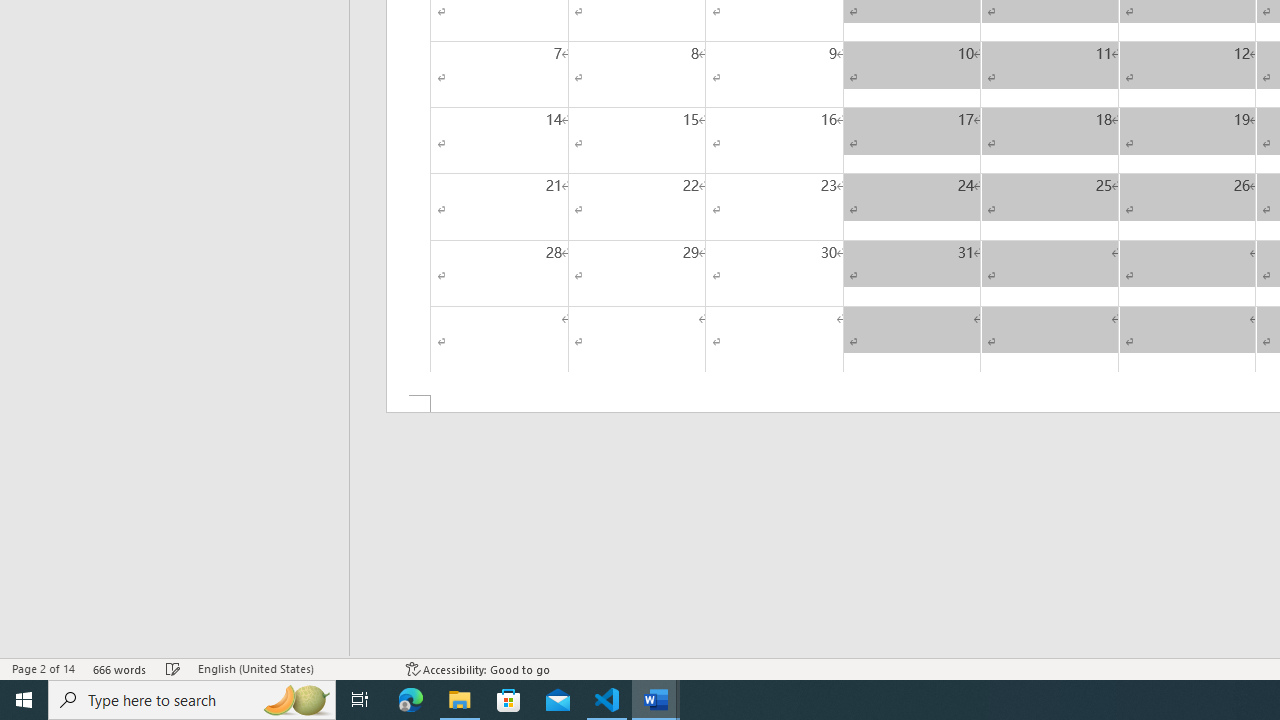 The height and width of the screenshot is (720, 1280). I want to click on 'Type here to search', so click(192, 698).